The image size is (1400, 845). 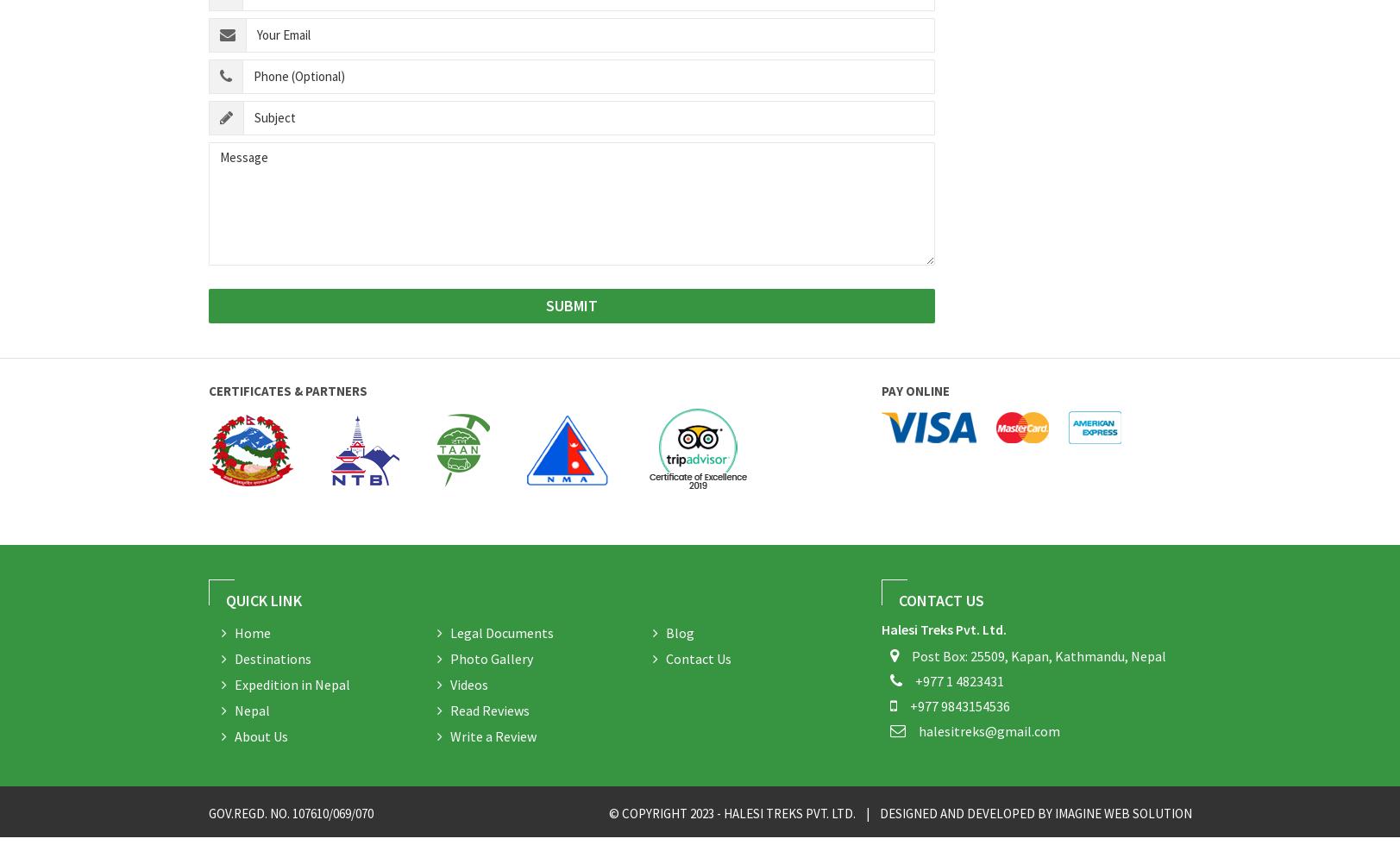 I want to click on 'Quick link', so click(x=262, y=600).